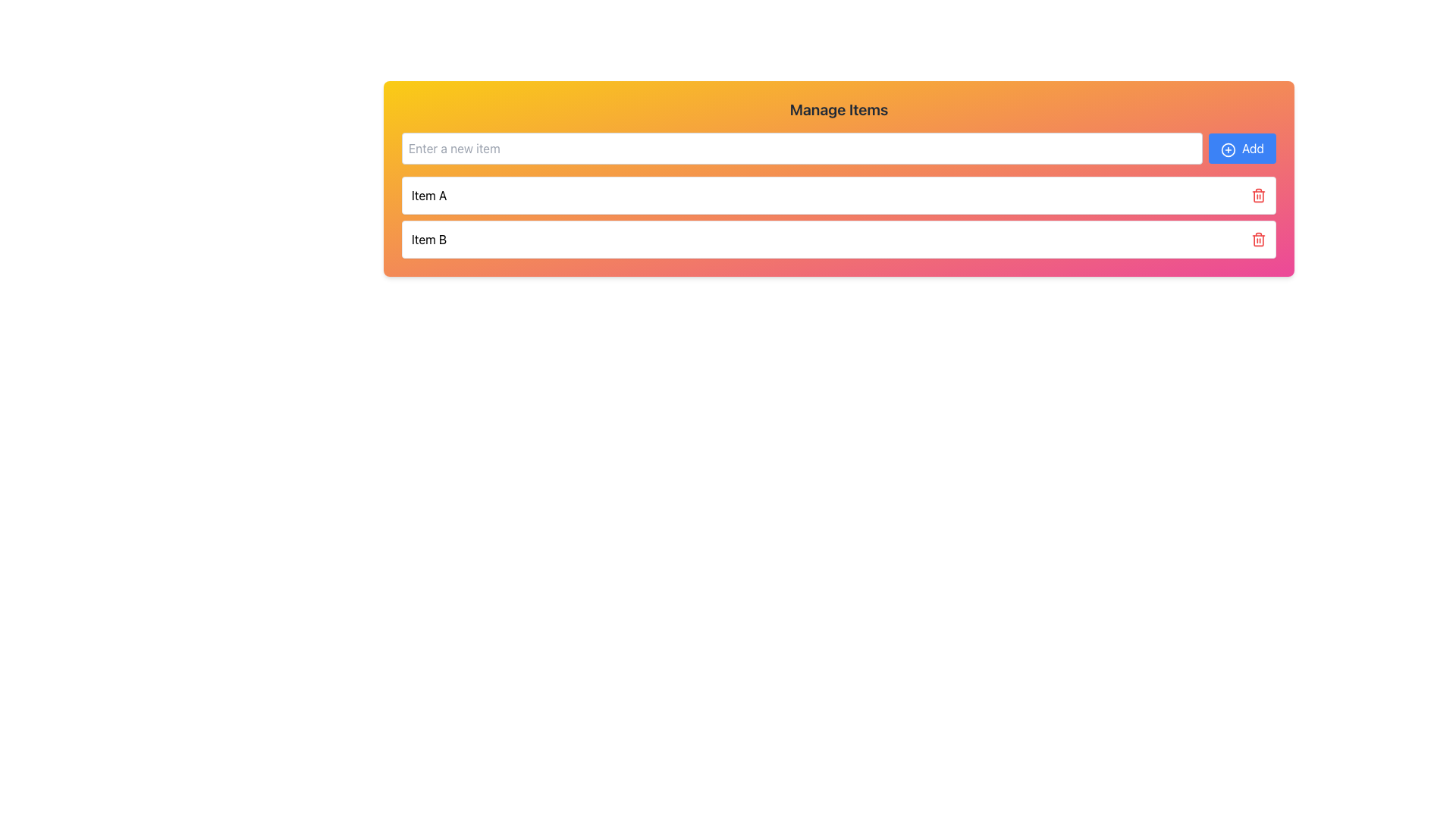 The image size is (1456, 819). I want to click on the list item labeled 'Item A', which is the first item in the list, so click(838, 195).